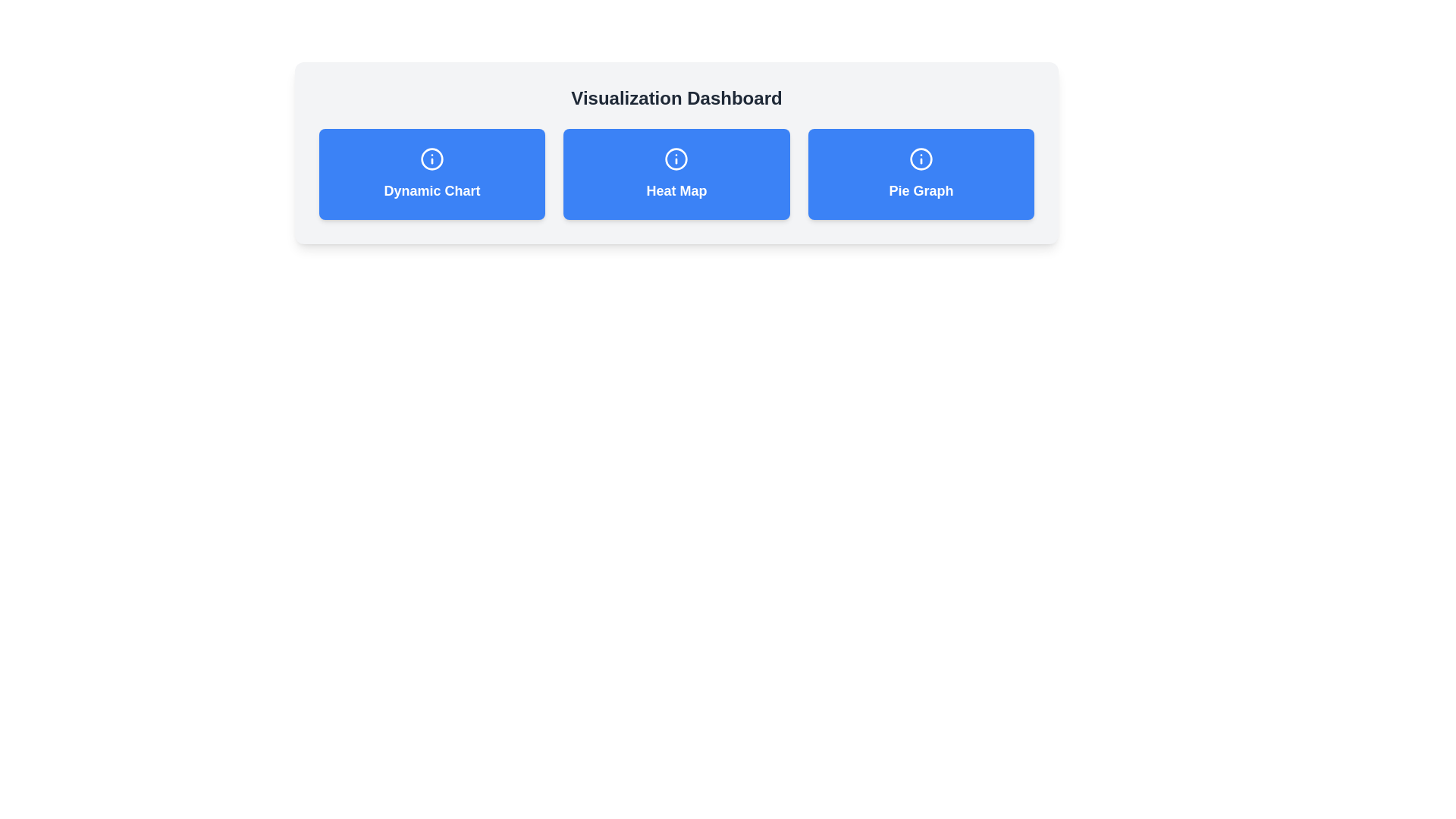  What do you see at coordinates (920, 158) in the screenshot?
I see `the decorative icon within the rightmost 'Pie Graph' button in the 'Visualization Dashboard'` at bounding box center [920, 158].